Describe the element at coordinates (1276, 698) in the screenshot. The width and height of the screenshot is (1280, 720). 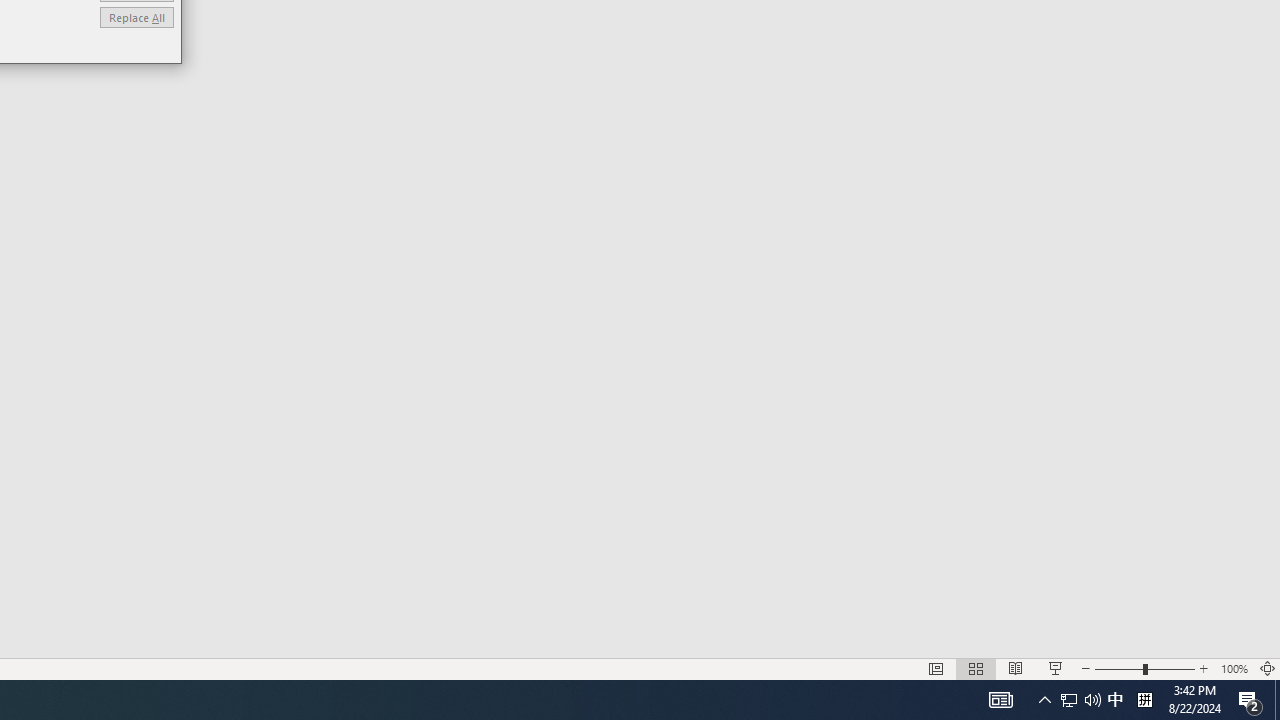
I see `'Show desktop'` at that location.